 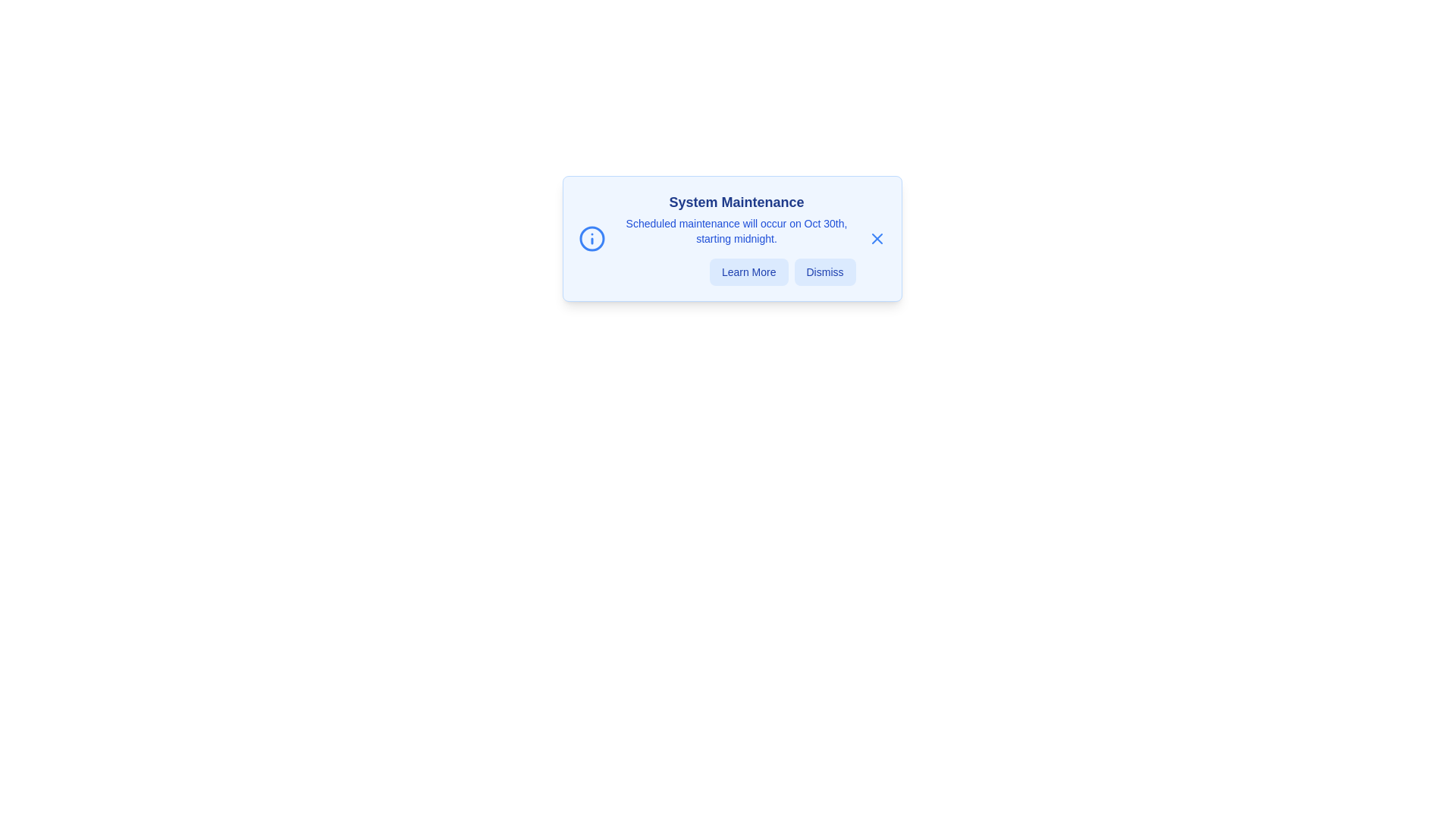 What do you see at coordinates (824, 271) in the screenshot?
I see `the 'Dismiss' button, which is a rectangular button with blue text on a light blue background located at the bottom-right corner of the 'System Maintenance' card` at bounding box center [824, 271].